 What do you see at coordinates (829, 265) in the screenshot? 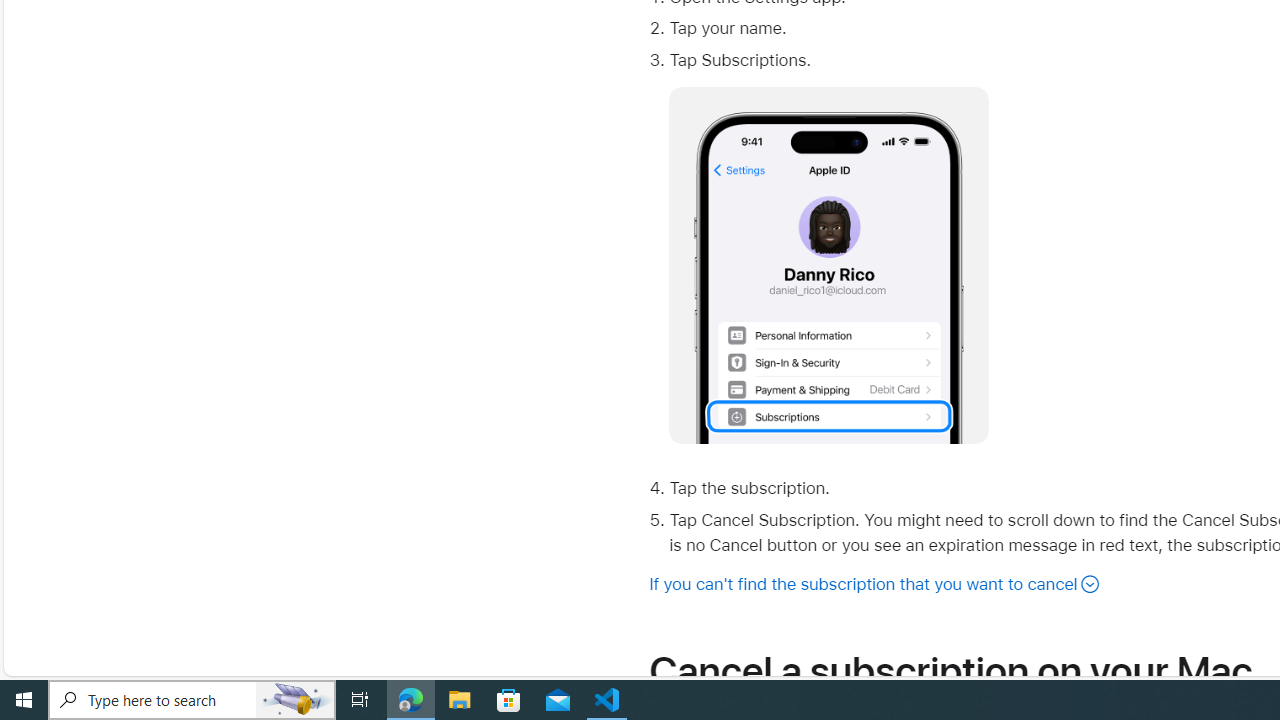
I see `'No alt supplied for Image'` at bounding box center [829, 265].